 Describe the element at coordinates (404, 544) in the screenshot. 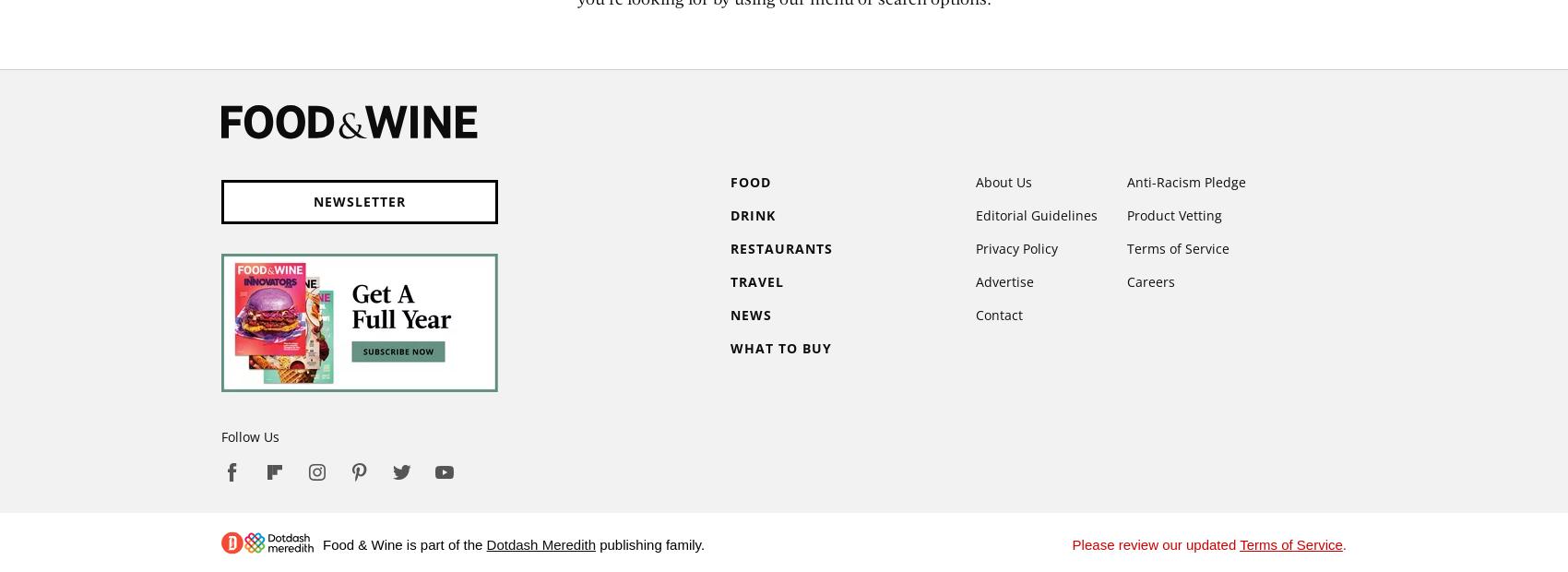

I see `'Food & Wine is part of the'` at that location.